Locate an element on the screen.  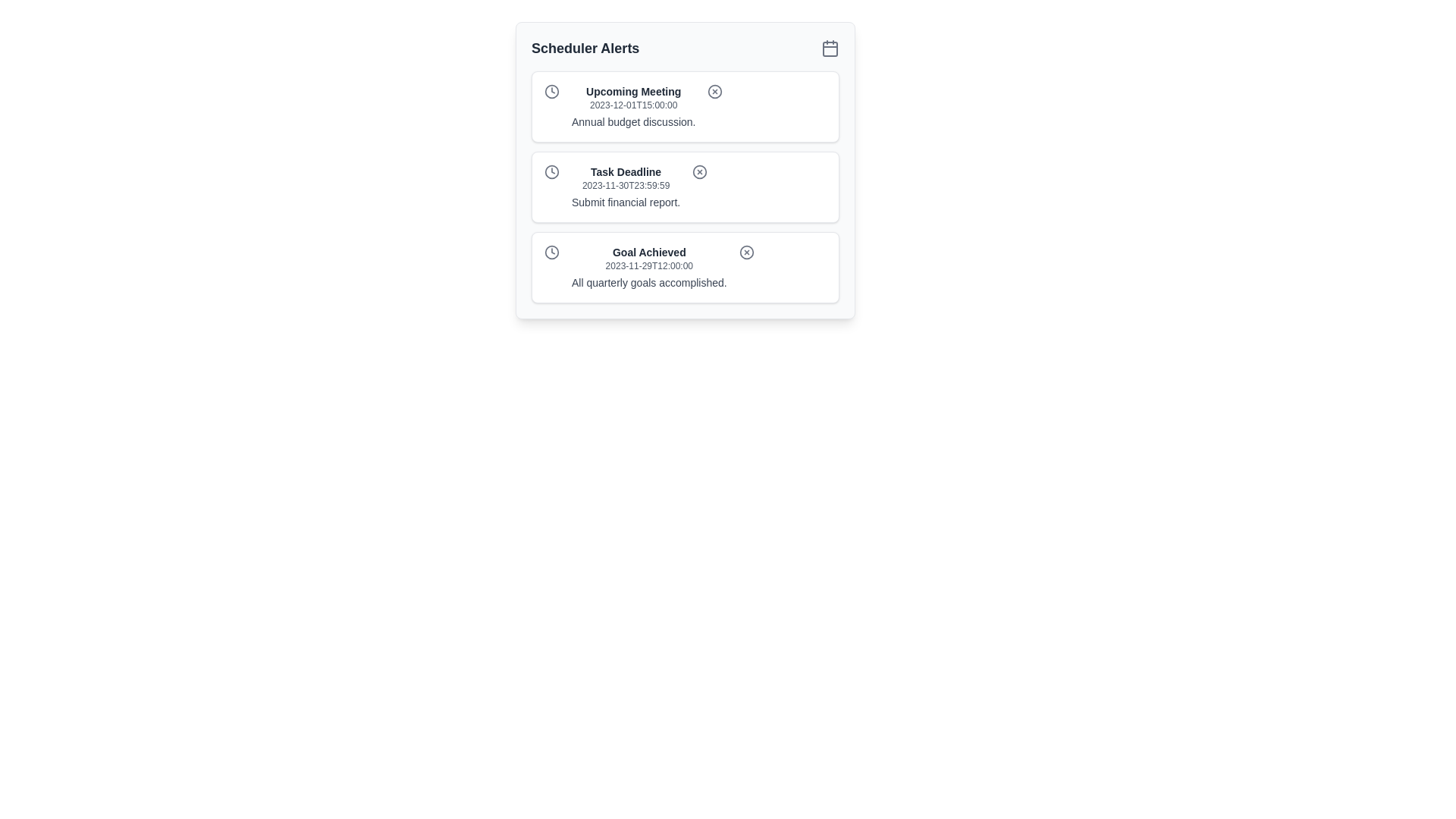
the time icon located in the 'Scheduler Alerts' section, to the left of the 'Upcoming Meeting' text is located at coordinates (551, 91).